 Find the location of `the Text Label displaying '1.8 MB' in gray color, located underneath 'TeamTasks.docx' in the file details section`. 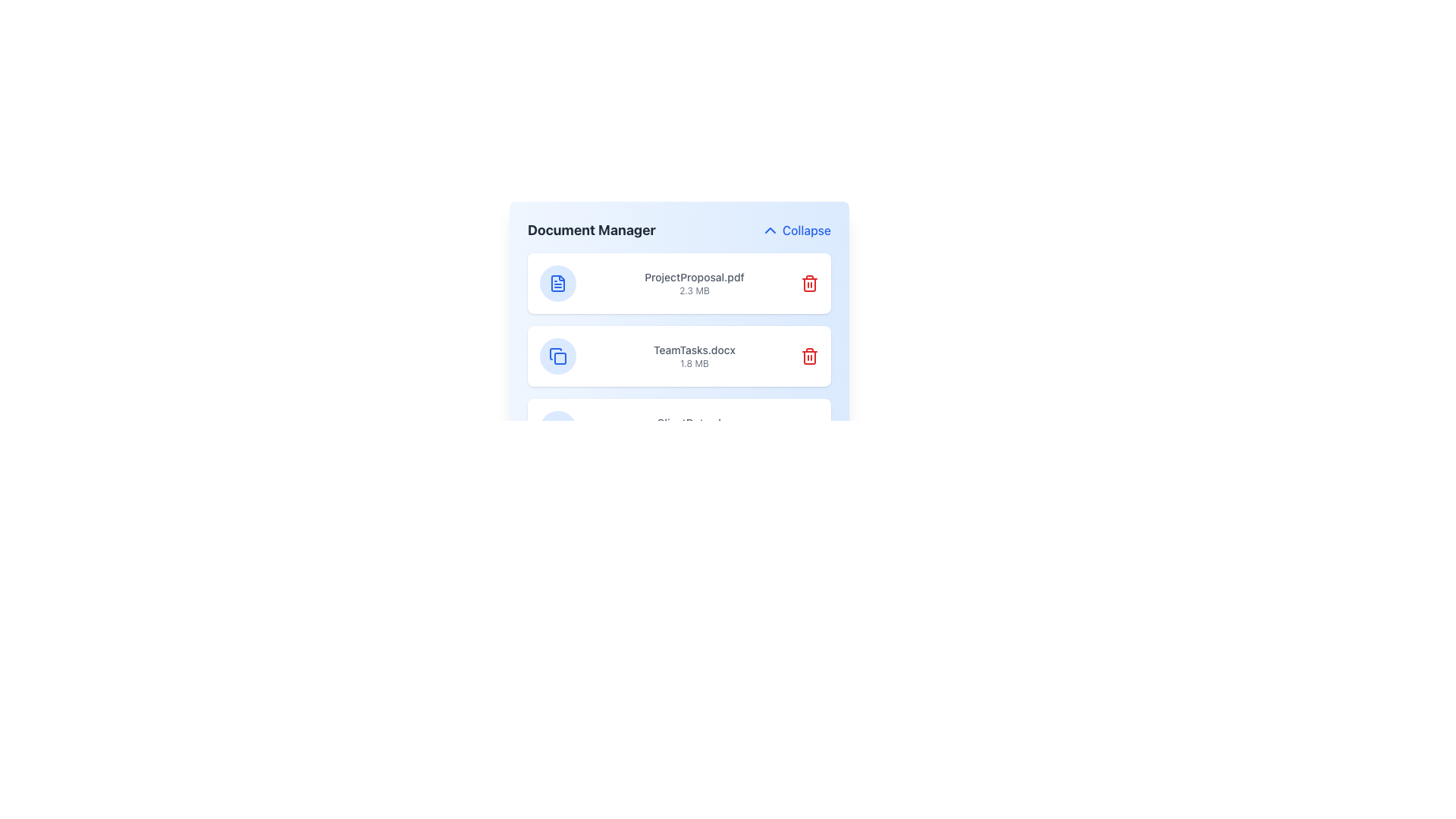

the Text Label displaying '1.8 MB' in gray color, located underneath 'TeamTasks.docx' in the file details section is located at coordinates (694, 363).